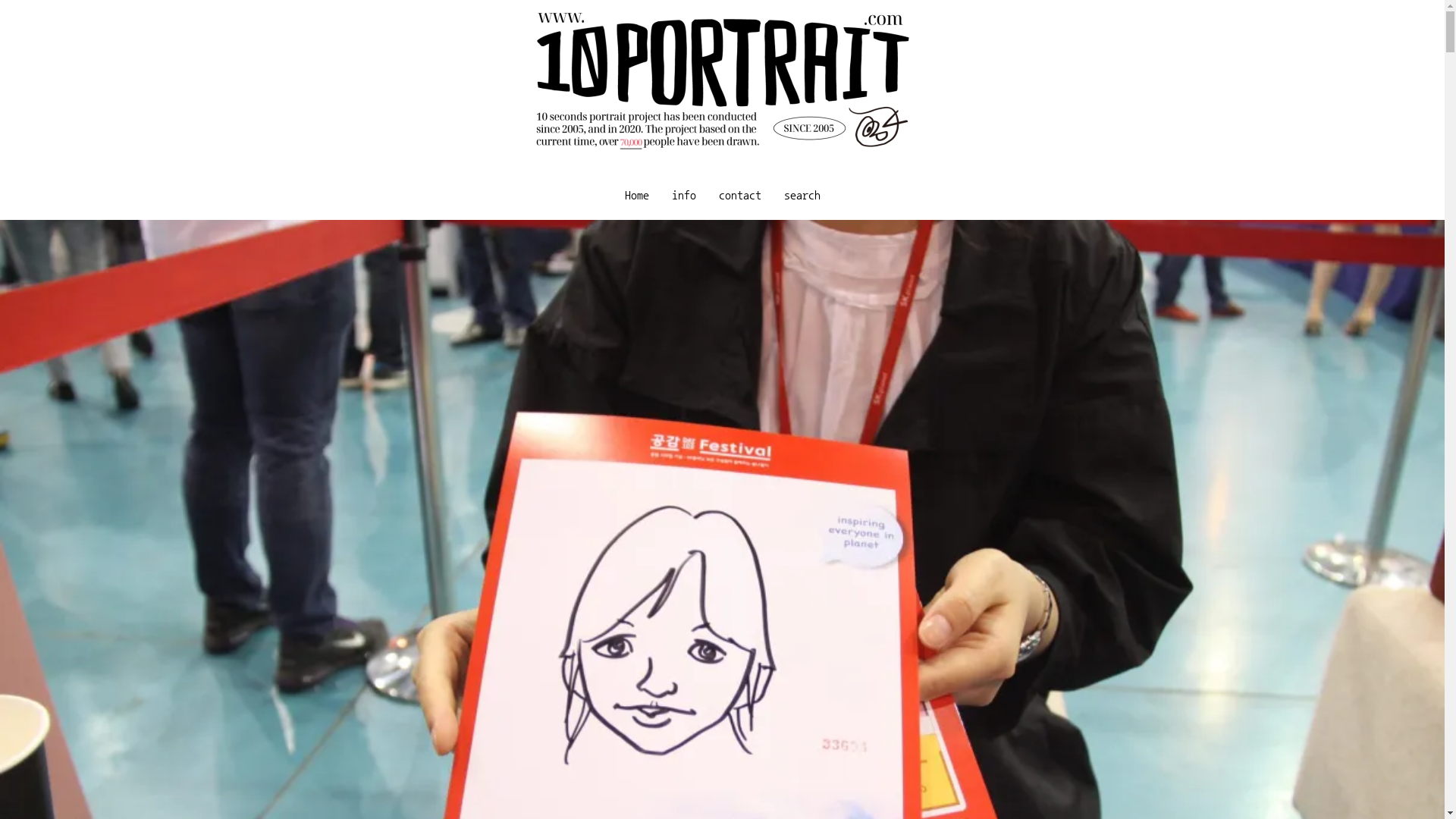 This screenshot has height=819, width=1456. Describe the element at coordinates (659, 194) in the screenshot. I see `'info'` at that location.